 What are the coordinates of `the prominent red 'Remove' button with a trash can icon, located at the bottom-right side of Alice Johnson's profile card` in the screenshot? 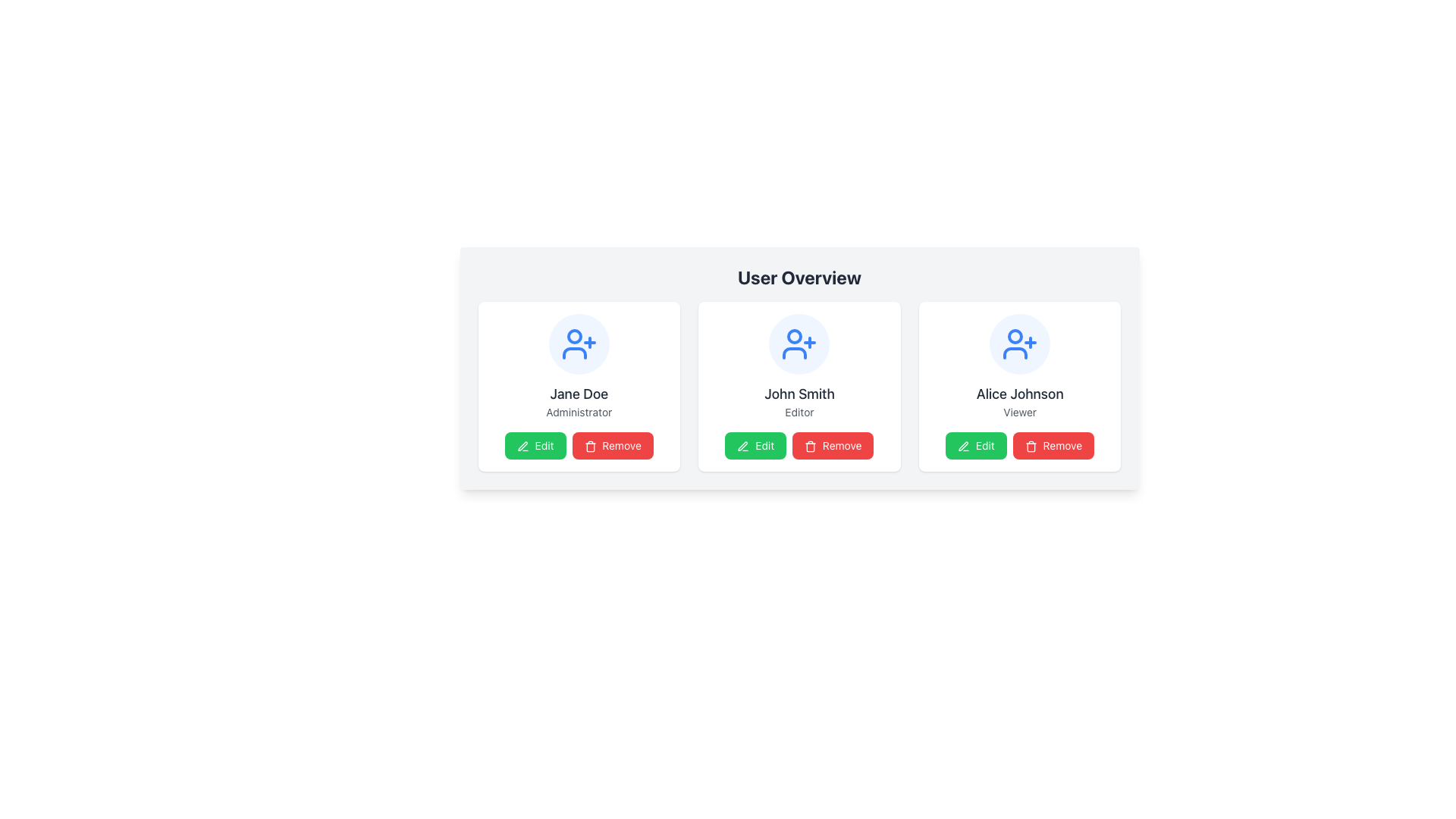 It's located at (1053, 444).